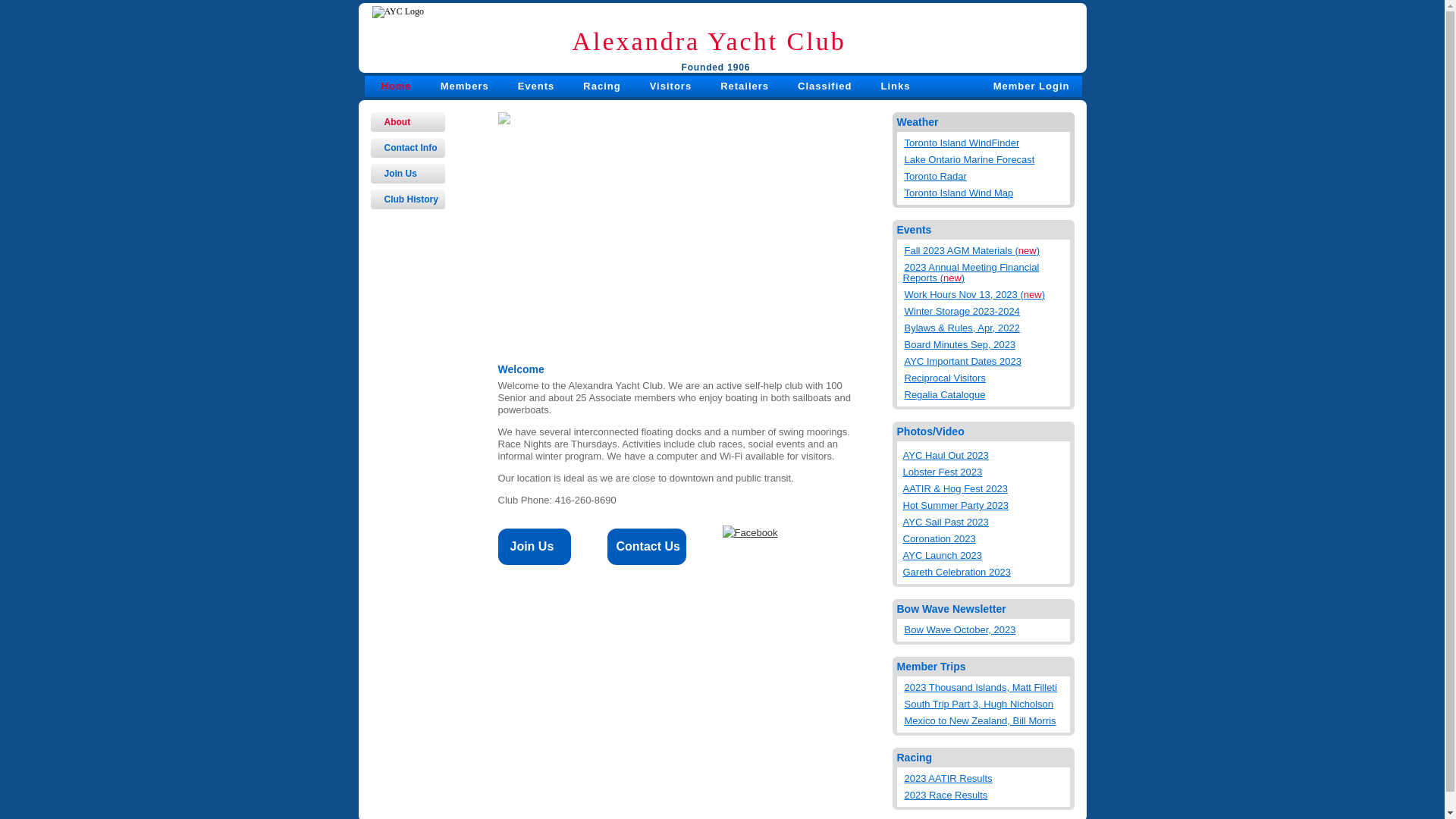 The width and height of the screenshot is (1456, 819). What do you see at coordinates (517, 86) in the screenshot?
I see `'Events'` at bounding box center [517, 86].